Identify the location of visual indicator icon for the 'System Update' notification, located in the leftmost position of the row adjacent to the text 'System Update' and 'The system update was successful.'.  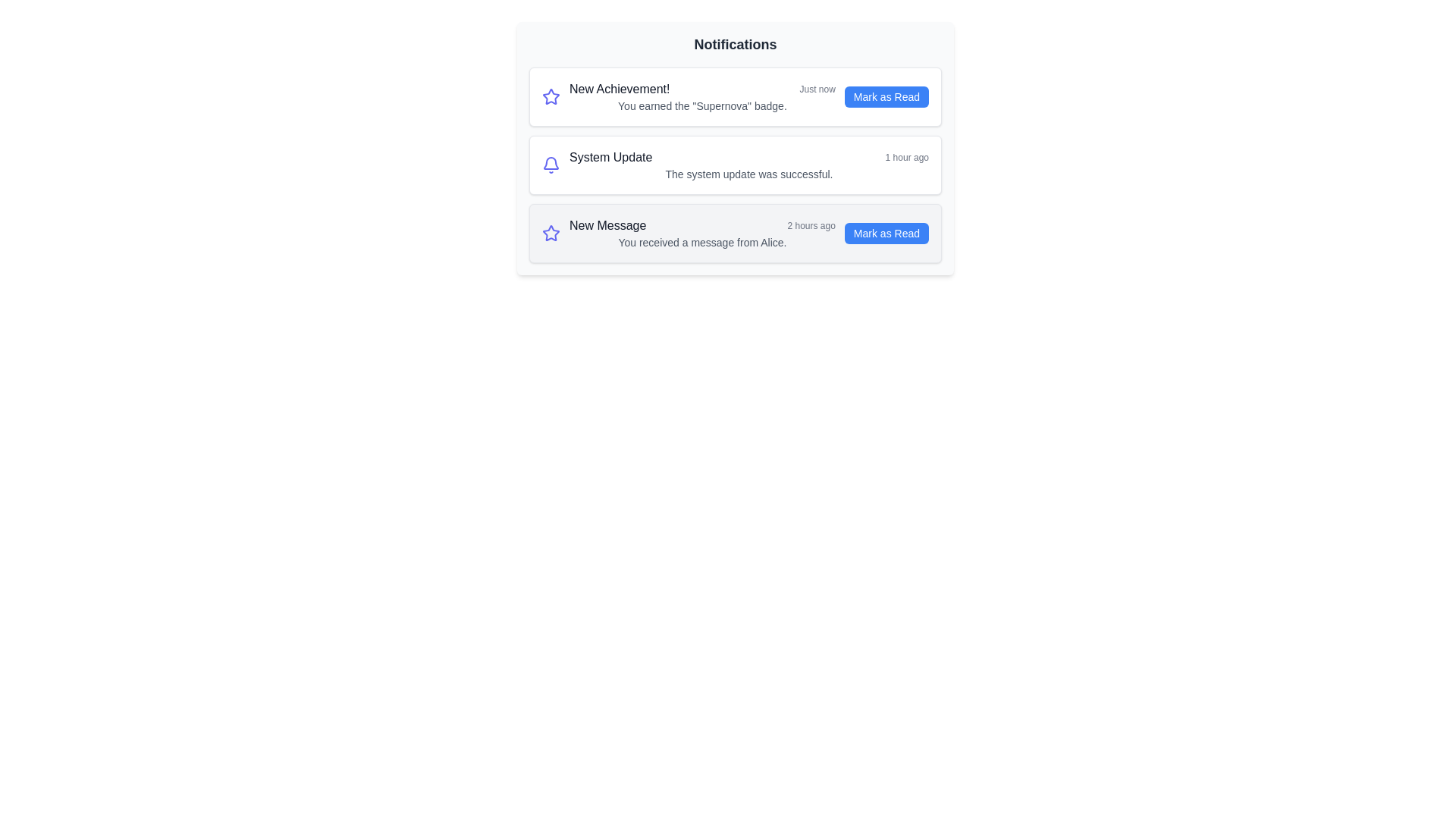
(550, 165).